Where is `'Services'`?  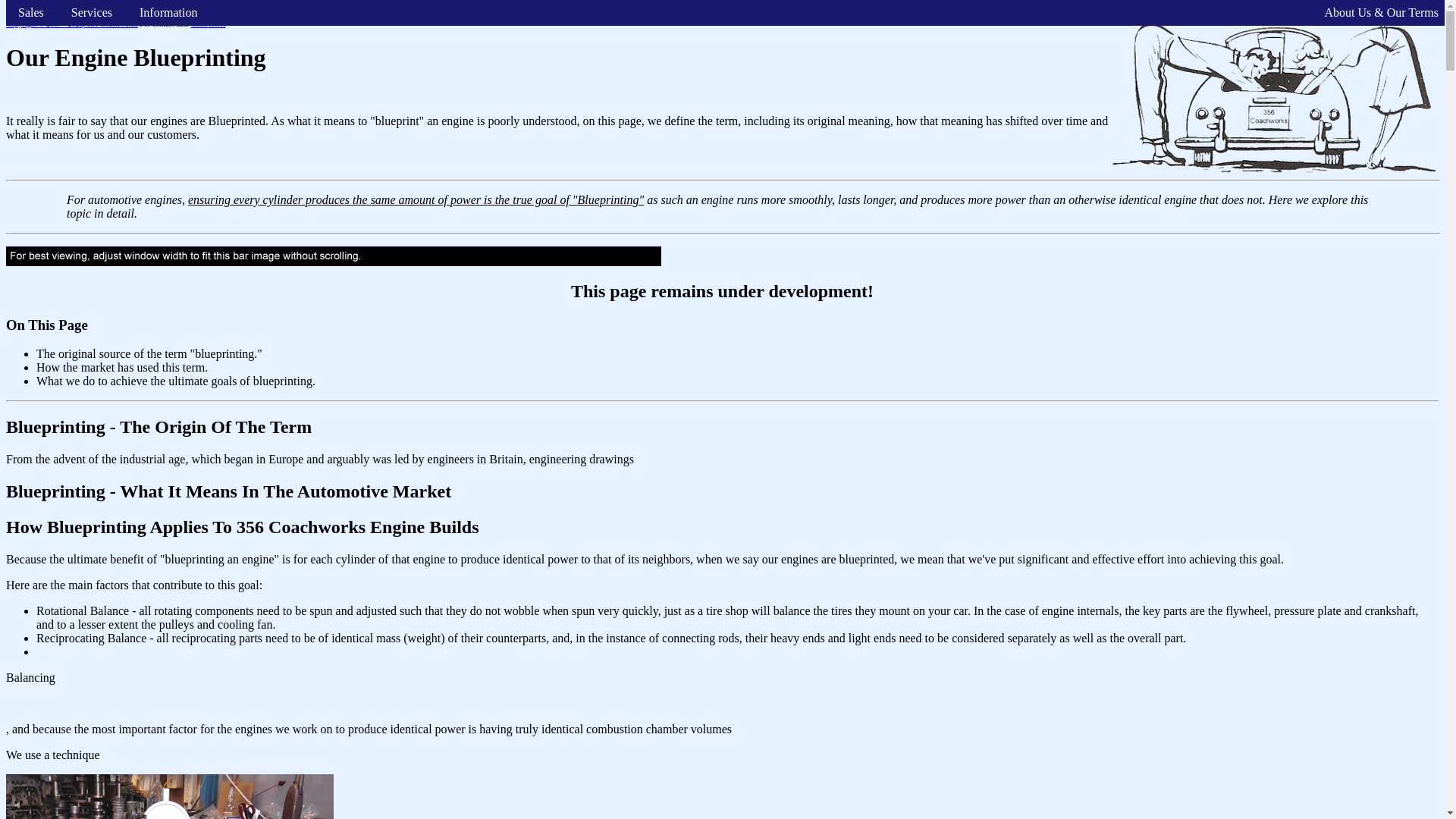 'Services' is located at coordinates (90, 12).